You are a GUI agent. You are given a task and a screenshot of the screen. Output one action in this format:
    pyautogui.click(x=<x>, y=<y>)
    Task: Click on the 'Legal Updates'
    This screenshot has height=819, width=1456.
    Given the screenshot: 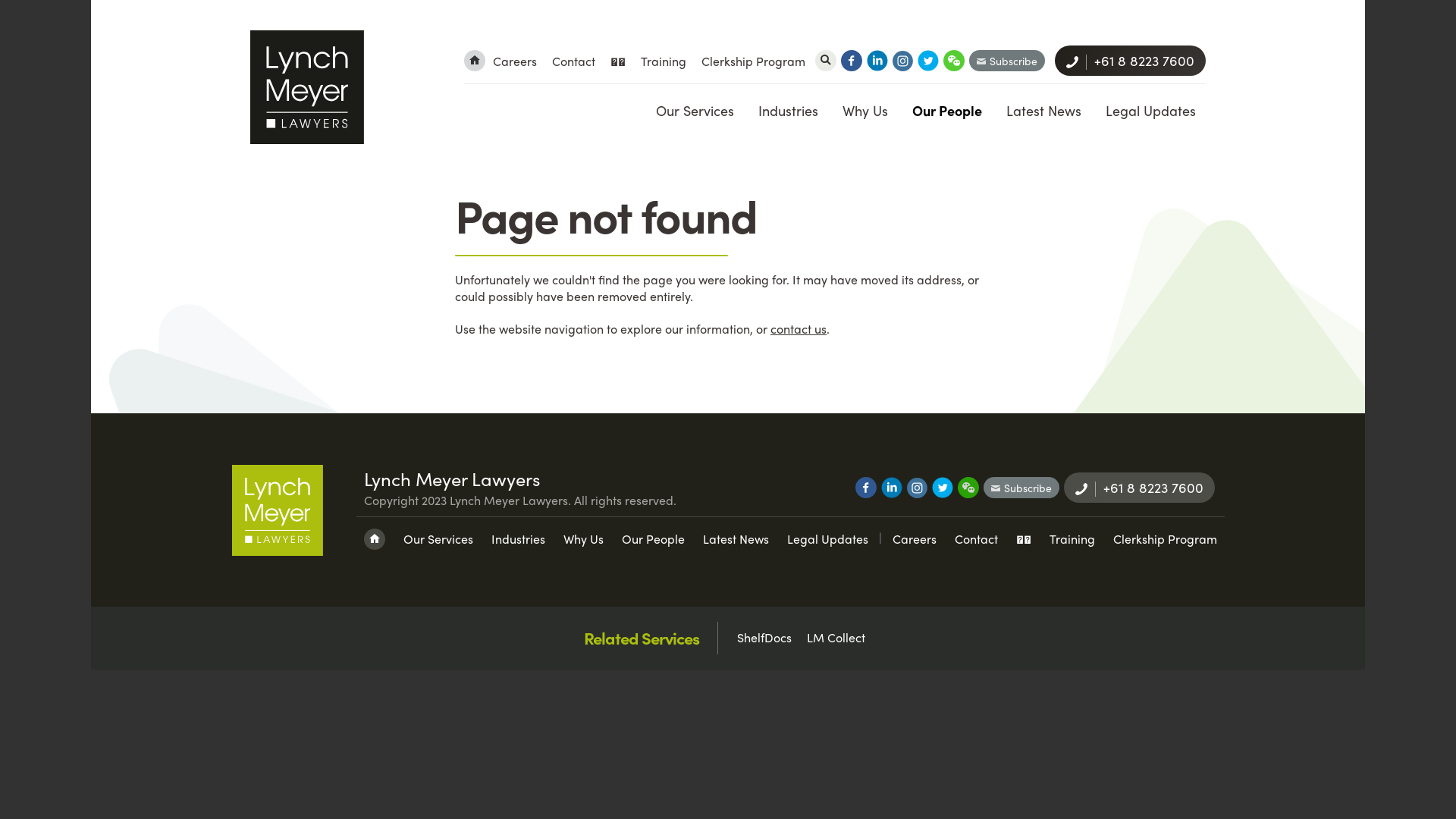 What is the action you would take?
    pyautogui.click(x=1150, y=109)
    